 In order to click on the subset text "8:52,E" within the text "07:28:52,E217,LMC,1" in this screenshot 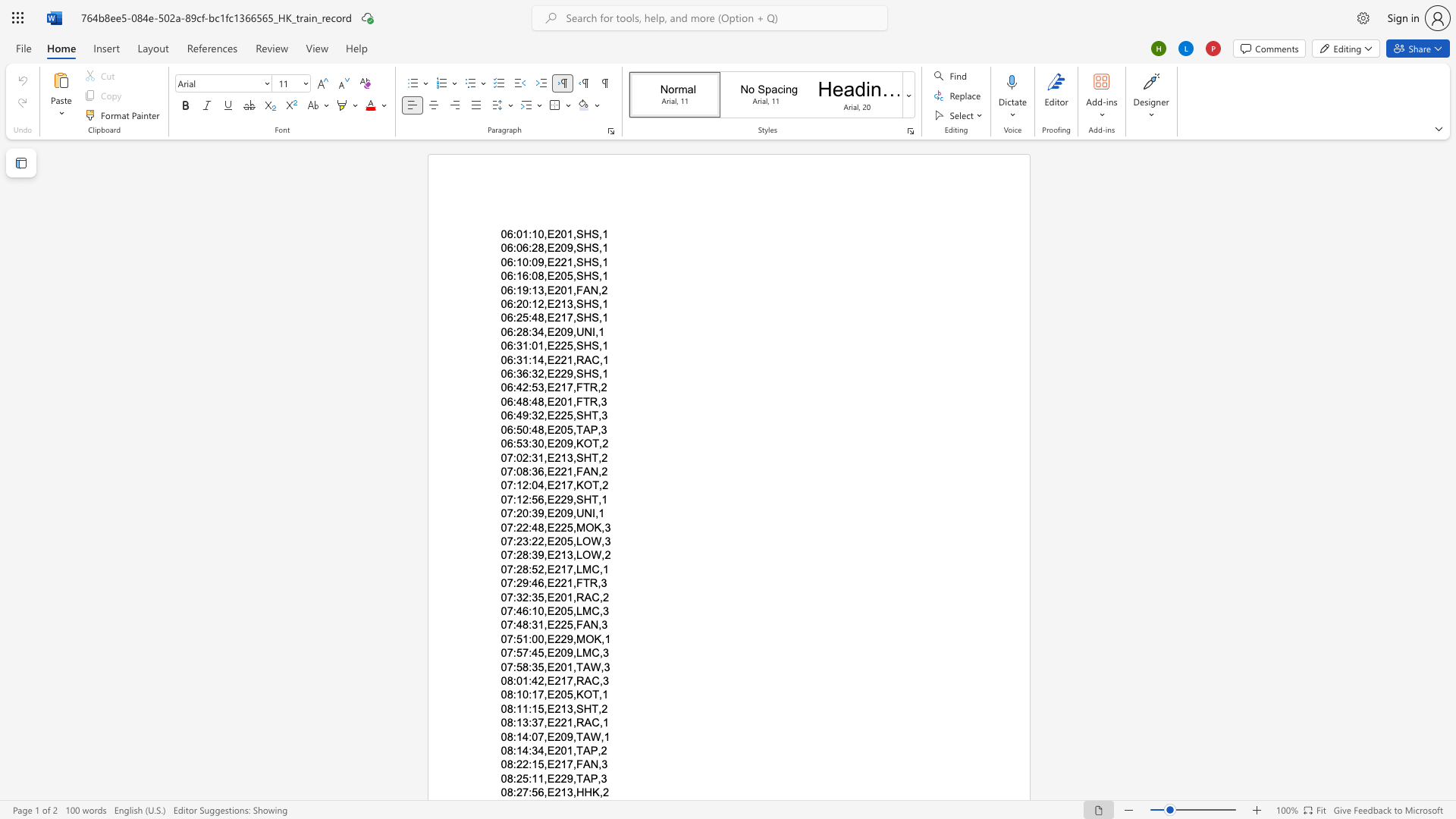, I will do `click(522, 569)`.